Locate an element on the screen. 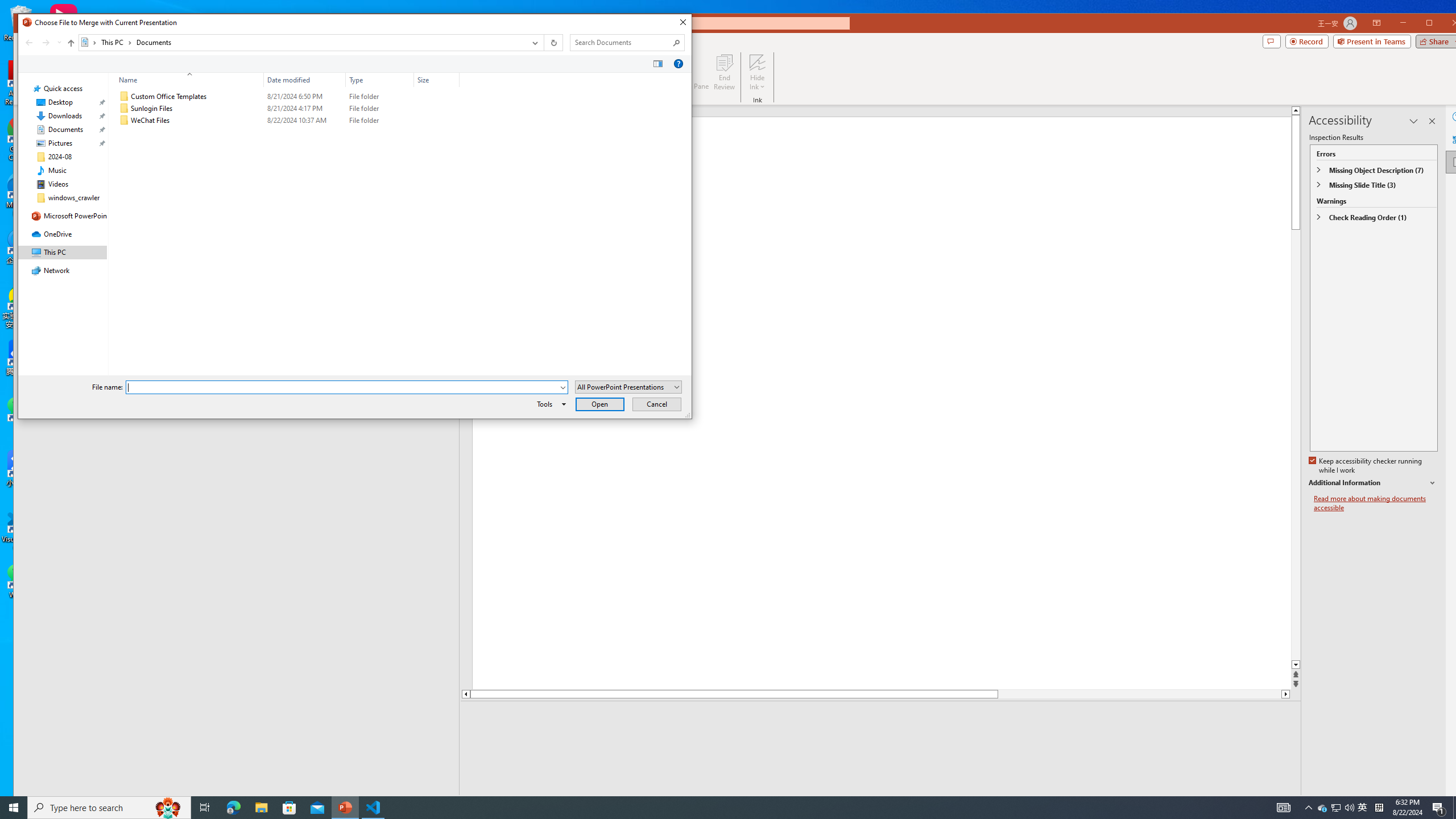 The image size is (1456, 819). 'Visual Studio Code - 1 running window' is located at coordinates (373, 806).